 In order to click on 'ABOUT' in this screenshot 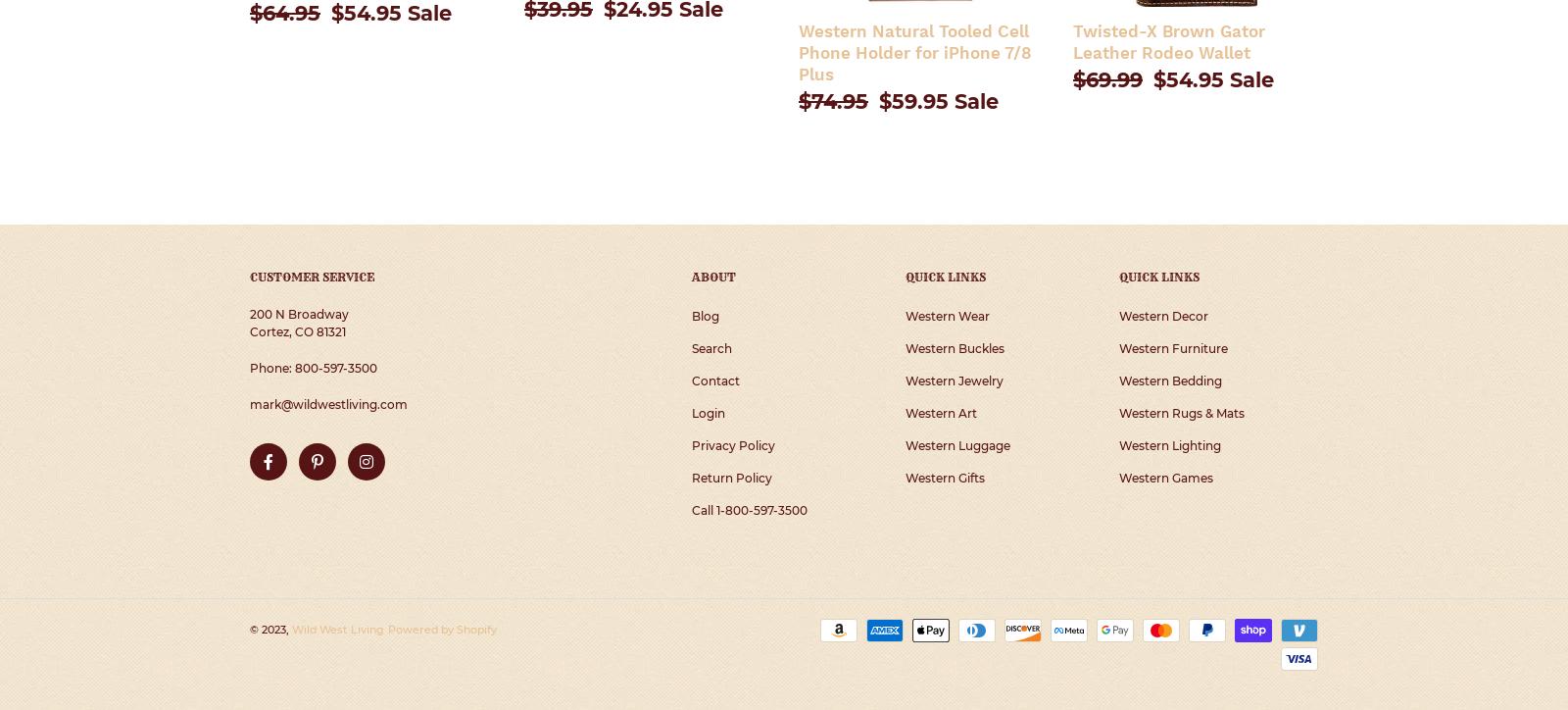, I will do `click(691, 276)`.